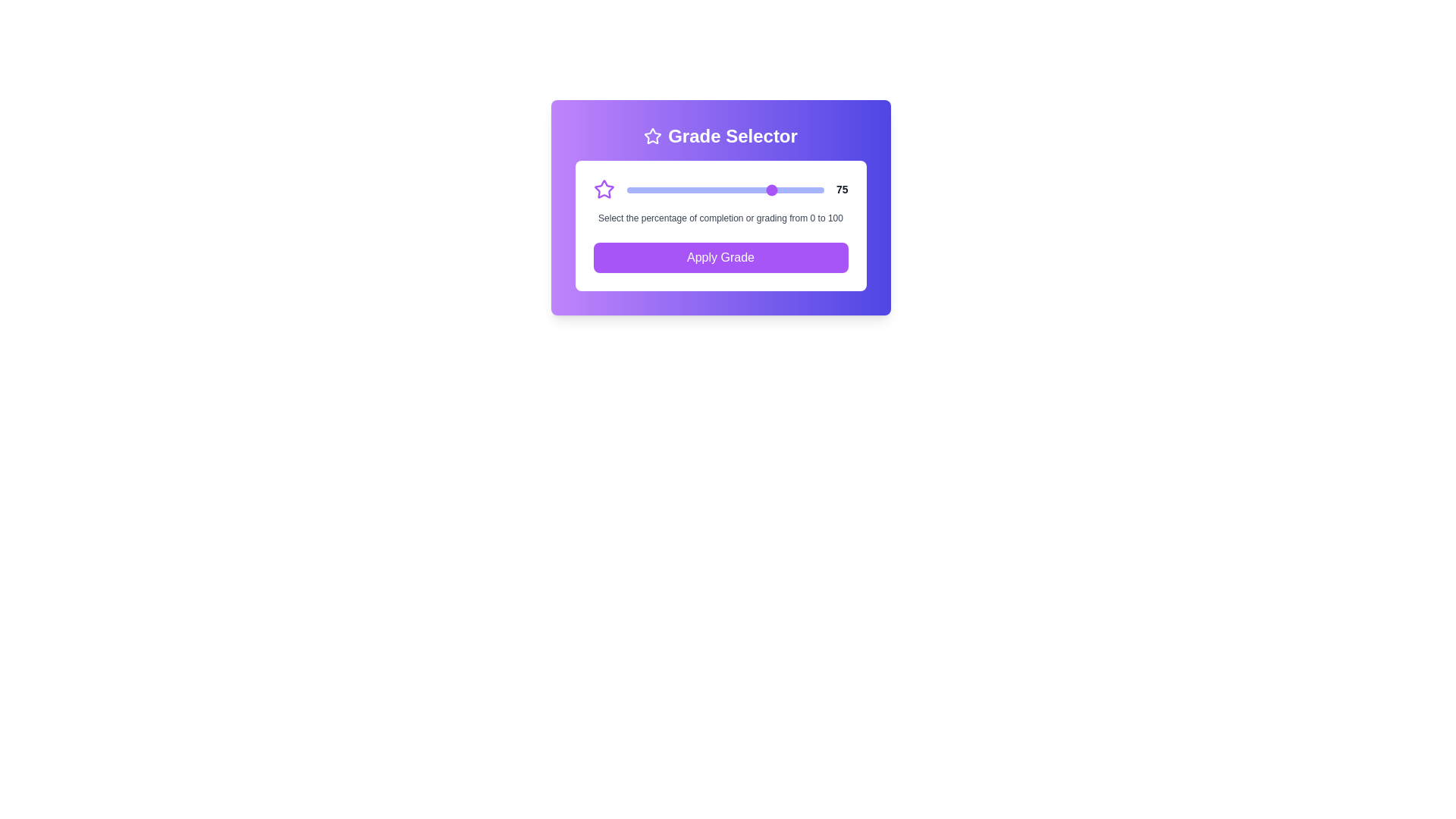  What do you see at coordinates (795, 189) in the screenshot?
I see `the slider's value` at bounding box center [795, 189].